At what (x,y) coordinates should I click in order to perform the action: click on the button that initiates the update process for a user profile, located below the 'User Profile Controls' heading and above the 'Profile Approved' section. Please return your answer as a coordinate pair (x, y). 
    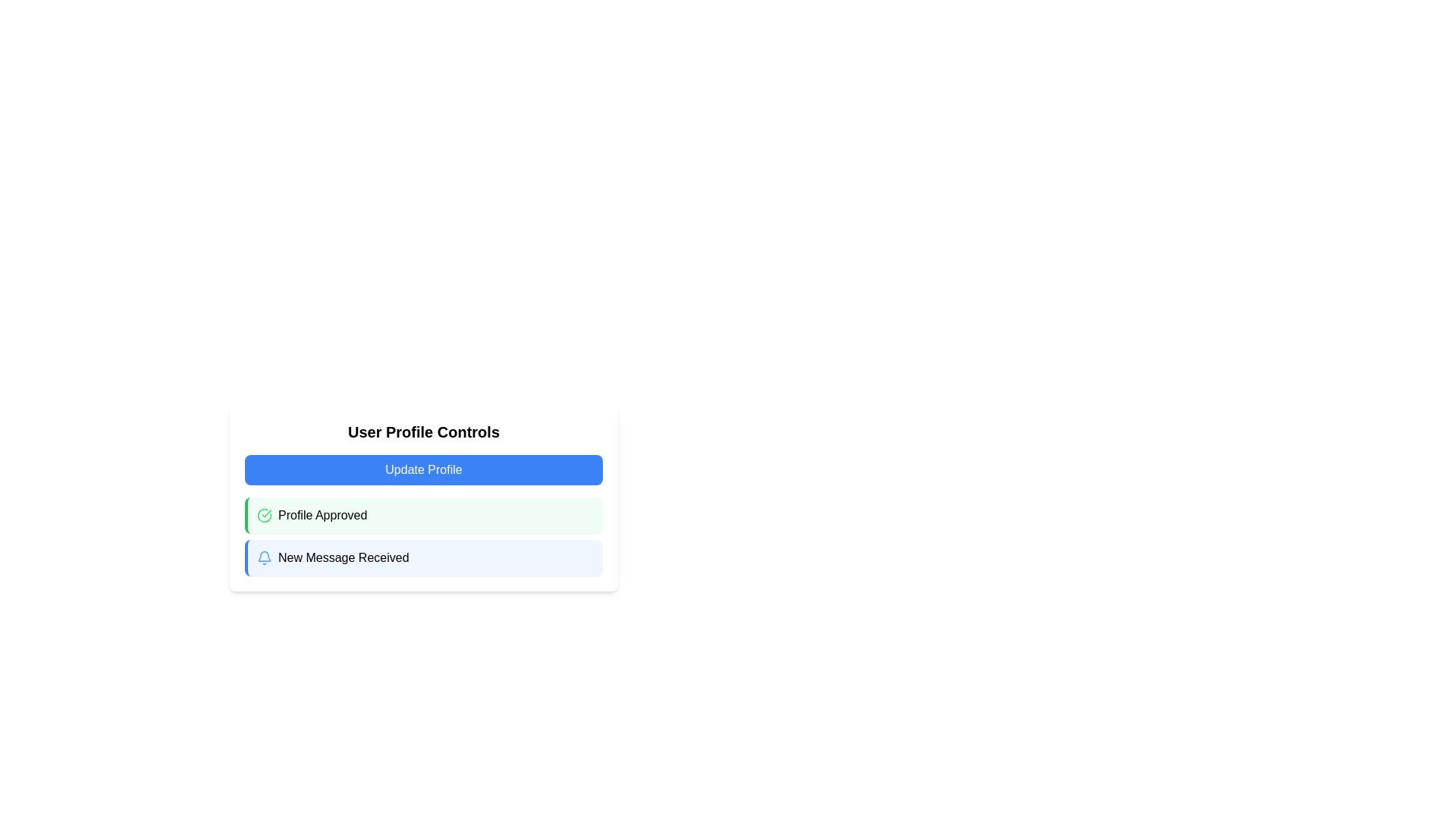
    Looking at the image, I should click on (423, 469).